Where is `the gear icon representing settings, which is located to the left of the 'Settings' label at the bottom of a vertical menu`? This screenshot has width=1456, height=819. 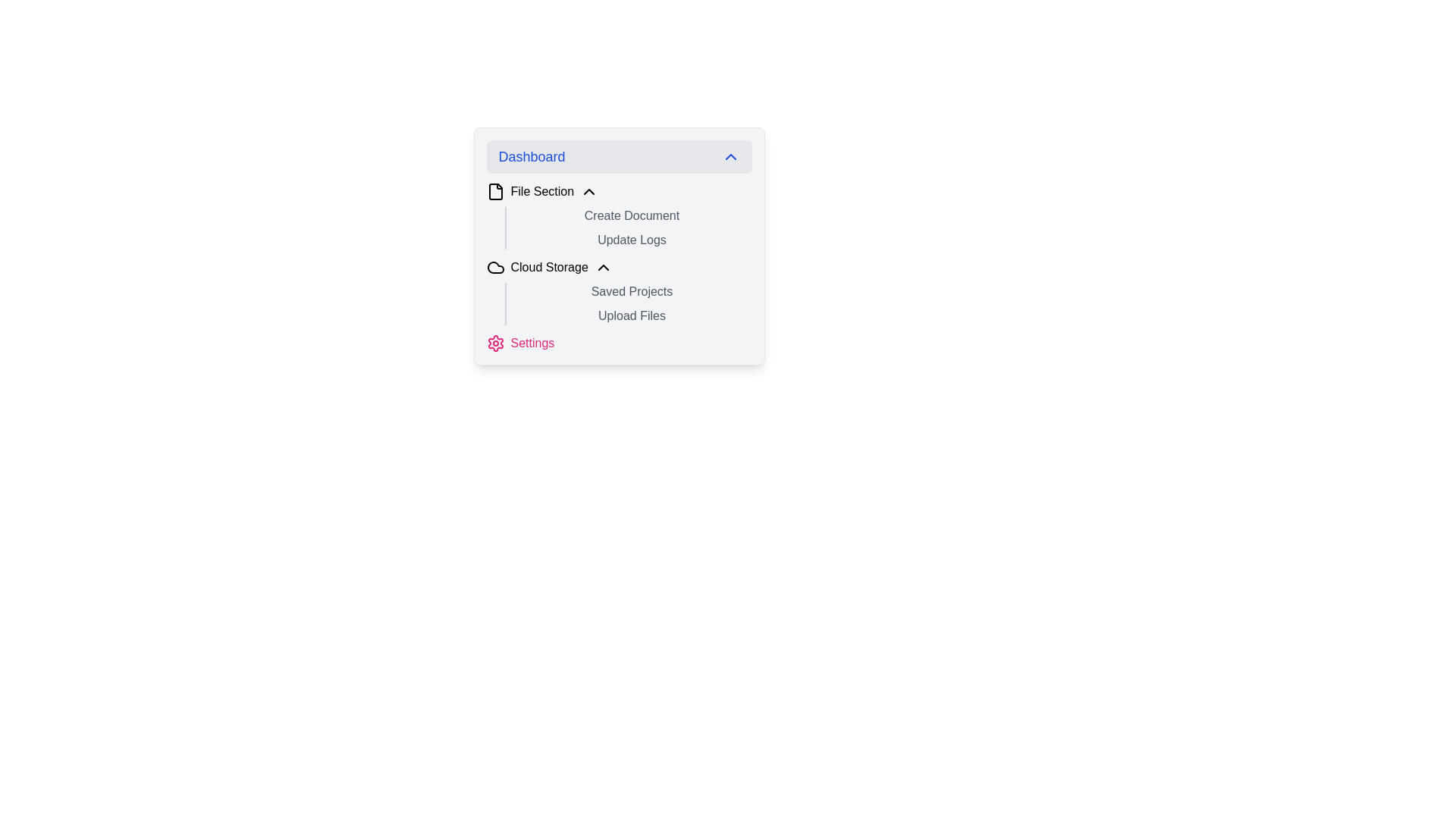 the gear icon representing settings, which is located to the left of the 'Settings' label at the bottom of a vertical menu is located at coordinates (495, 343).